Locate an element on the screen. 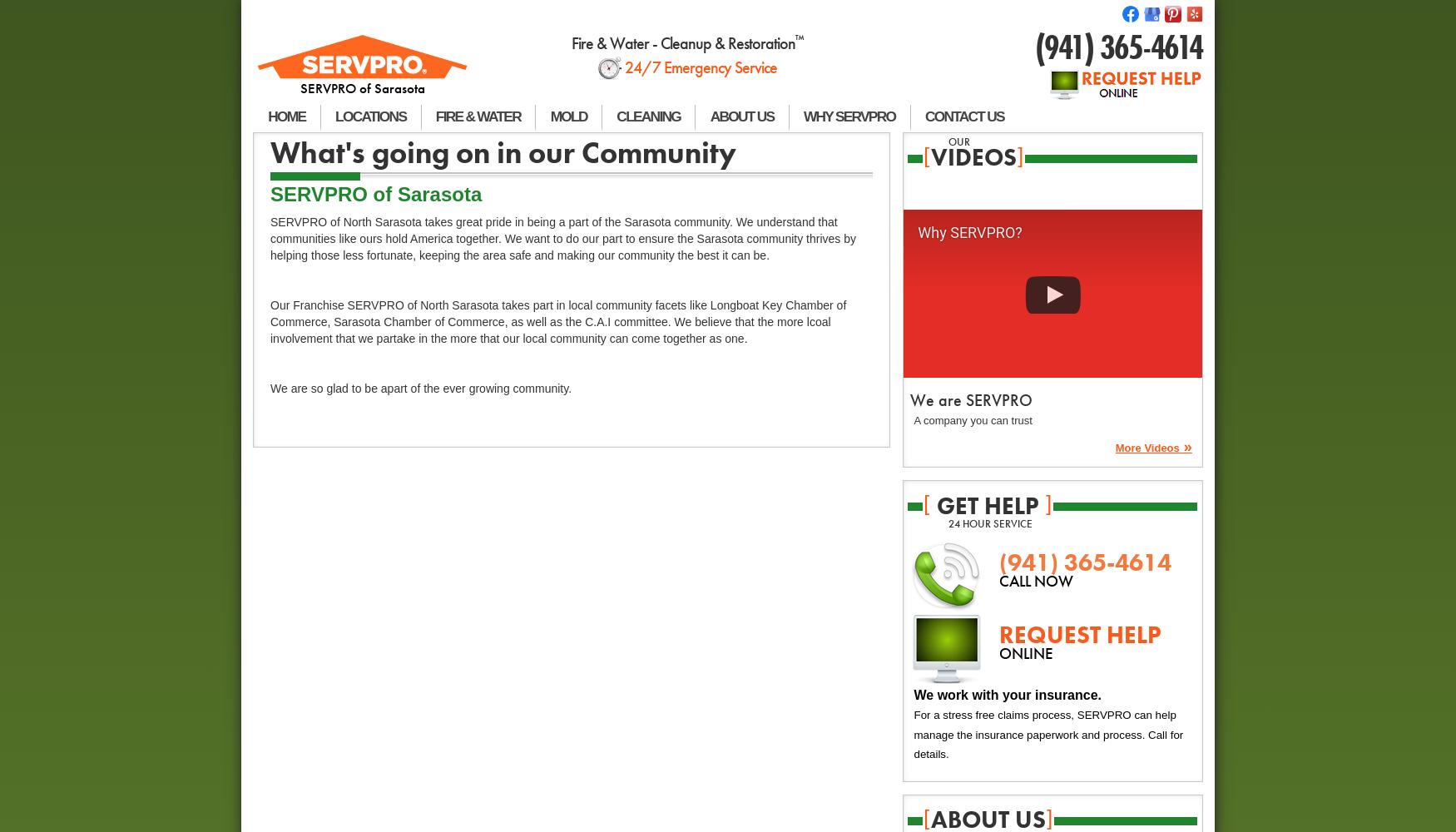  'our' is located at coordinates (958, 141).